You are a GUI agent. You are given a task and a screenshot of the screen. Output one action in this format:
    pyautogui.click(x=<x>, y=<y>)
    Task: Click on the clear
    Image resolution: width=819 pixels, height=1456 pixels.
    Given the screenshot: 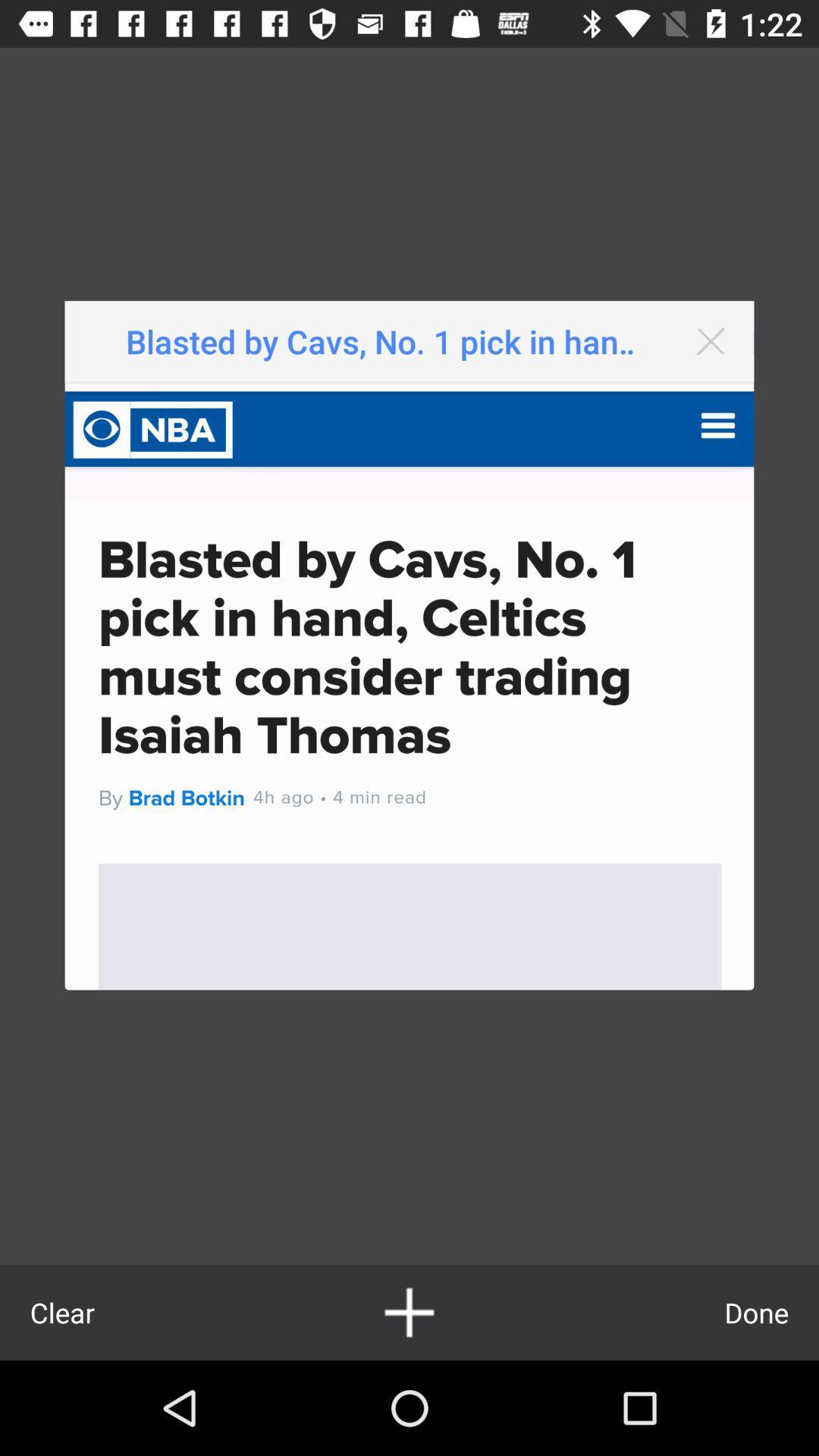 What is the action you would take?
    pyautogui.click(x=61, y=1312)
    